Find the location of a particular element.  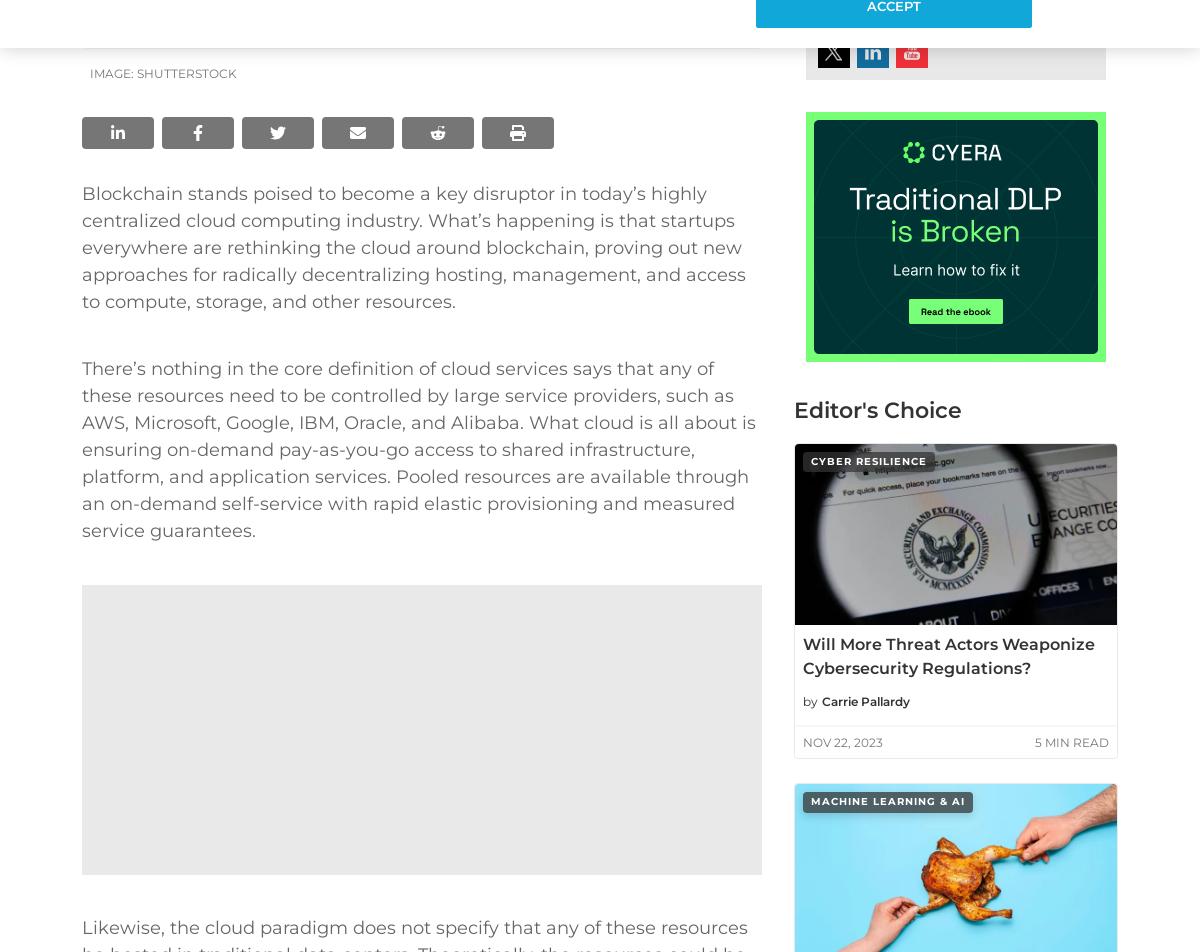

'5 Min' is located at coordinates (1051, 742).